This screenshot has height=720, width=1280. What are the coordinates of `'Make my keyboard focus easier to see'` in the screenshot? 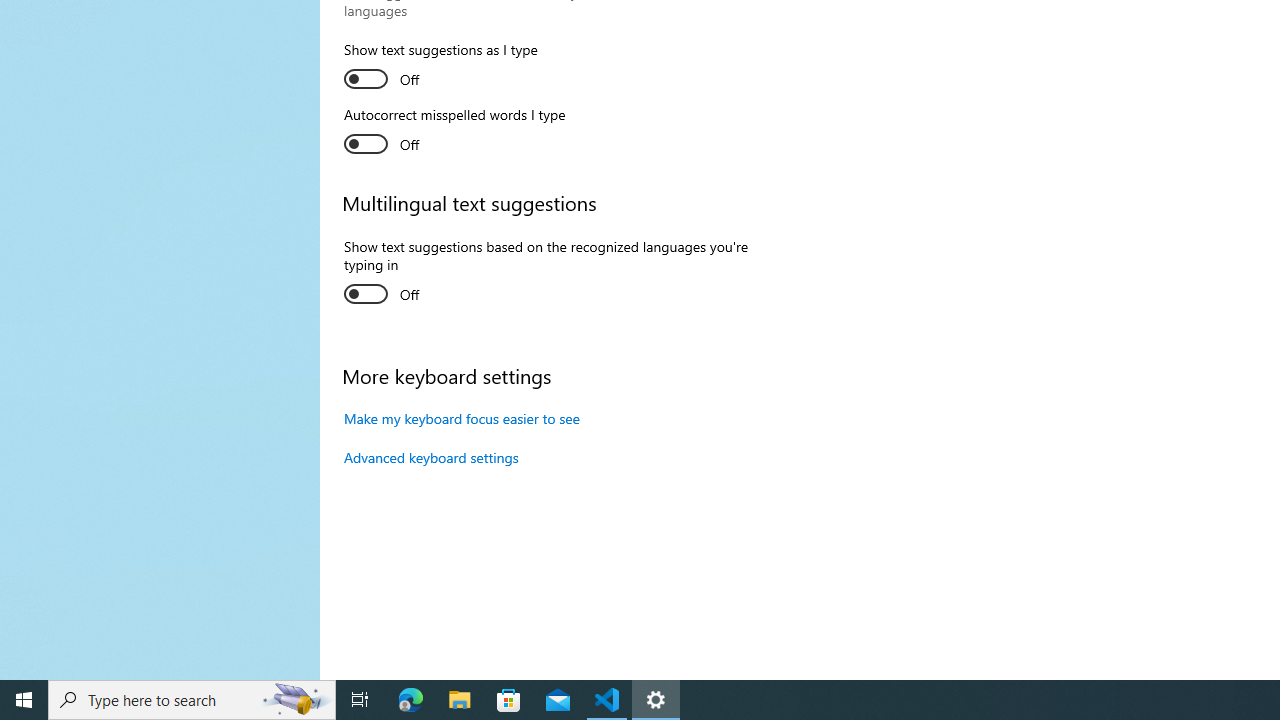 It's located at (461, 417).